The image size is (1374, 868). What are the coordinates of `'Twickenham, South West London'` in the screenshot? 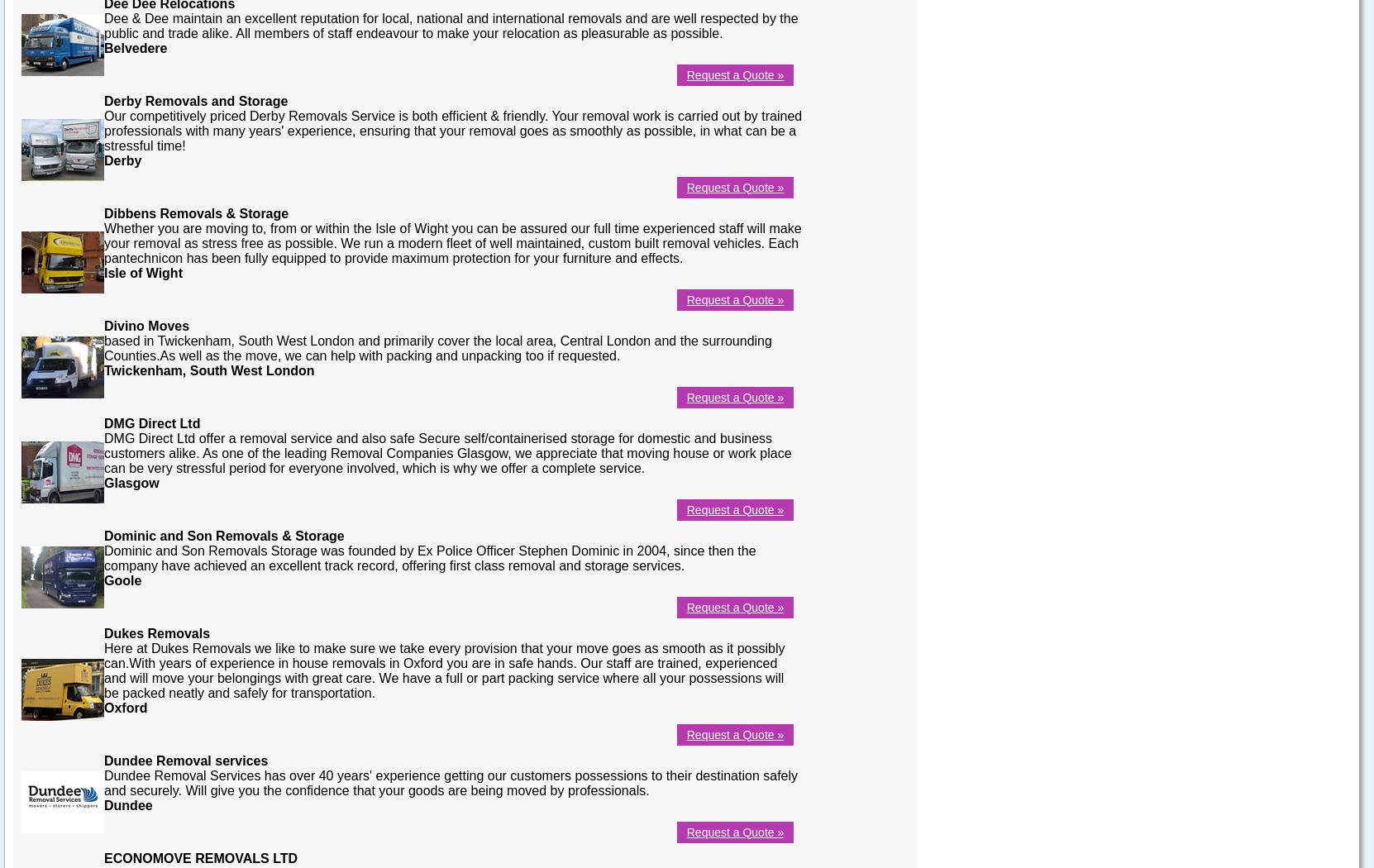 It's located at (208, 369).